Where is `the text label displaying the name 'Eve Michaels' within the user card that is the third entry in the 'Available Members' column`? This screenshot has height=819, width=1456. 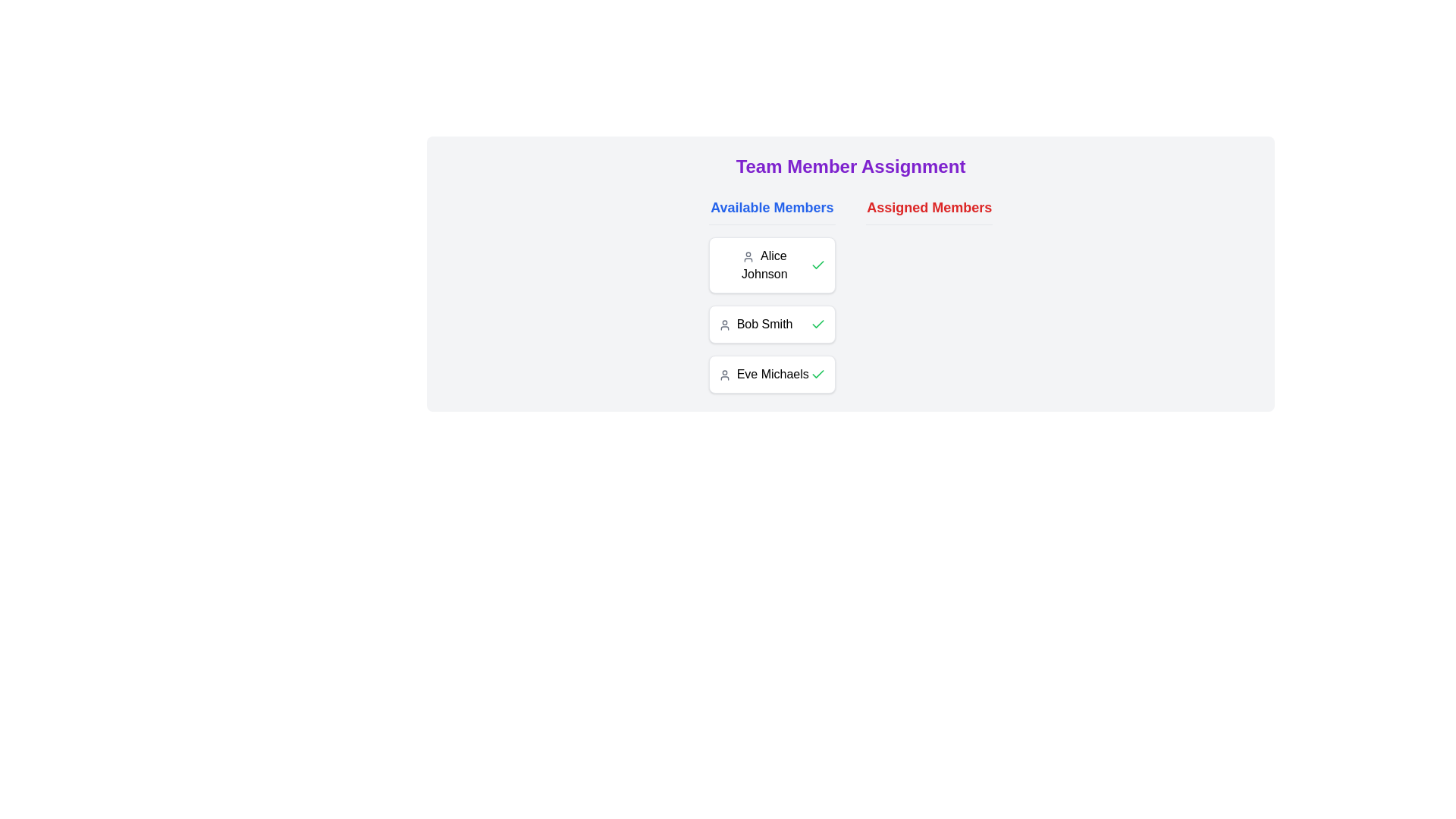
the text label displaying the name 'Eve Michaels' within the user card that is the third entry in the 'Available Members' column is located at coordinates (764, 374).